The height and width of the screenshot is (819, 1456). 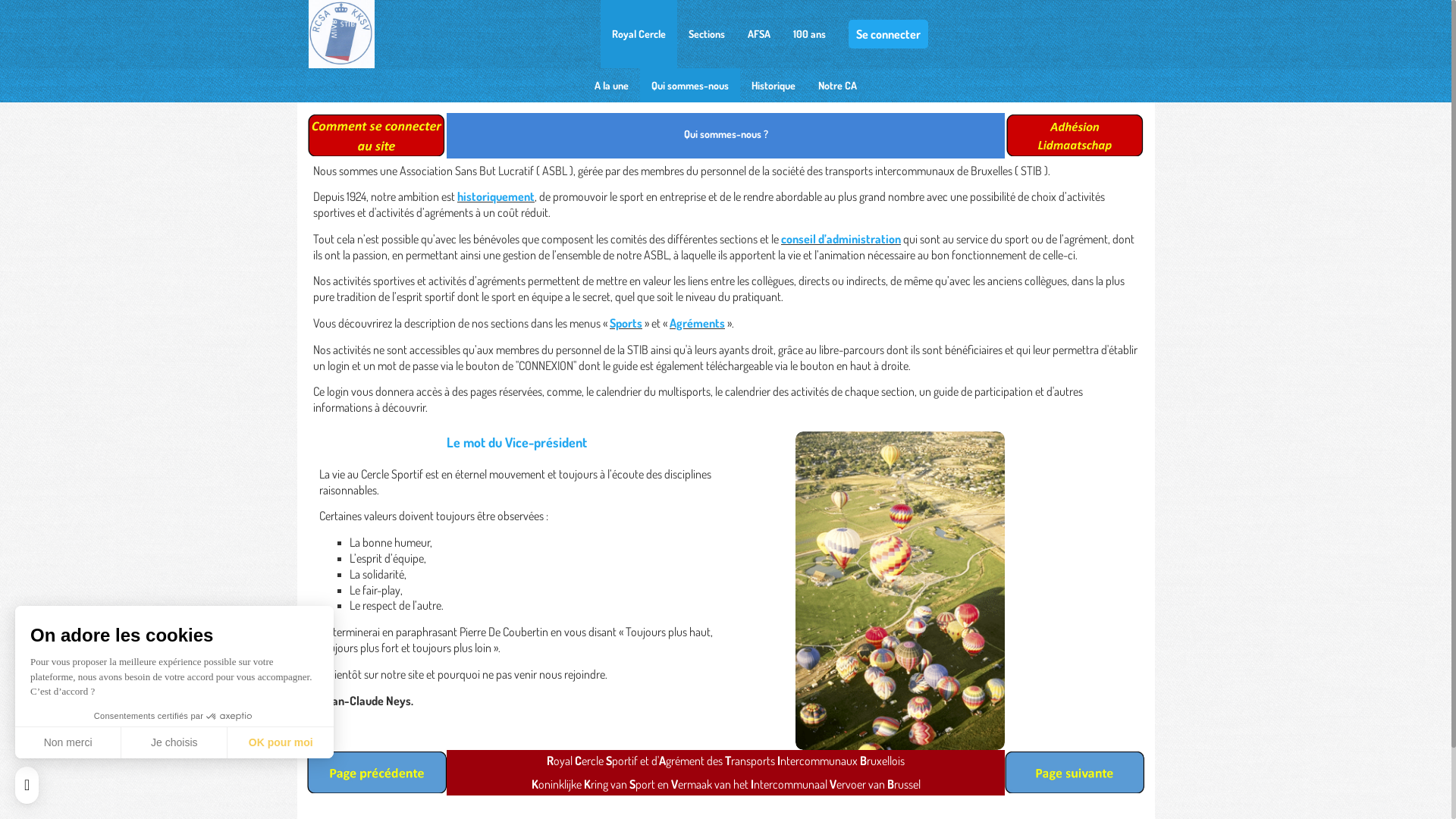 I want to click on 'Sports', so click(x=610, y=322).